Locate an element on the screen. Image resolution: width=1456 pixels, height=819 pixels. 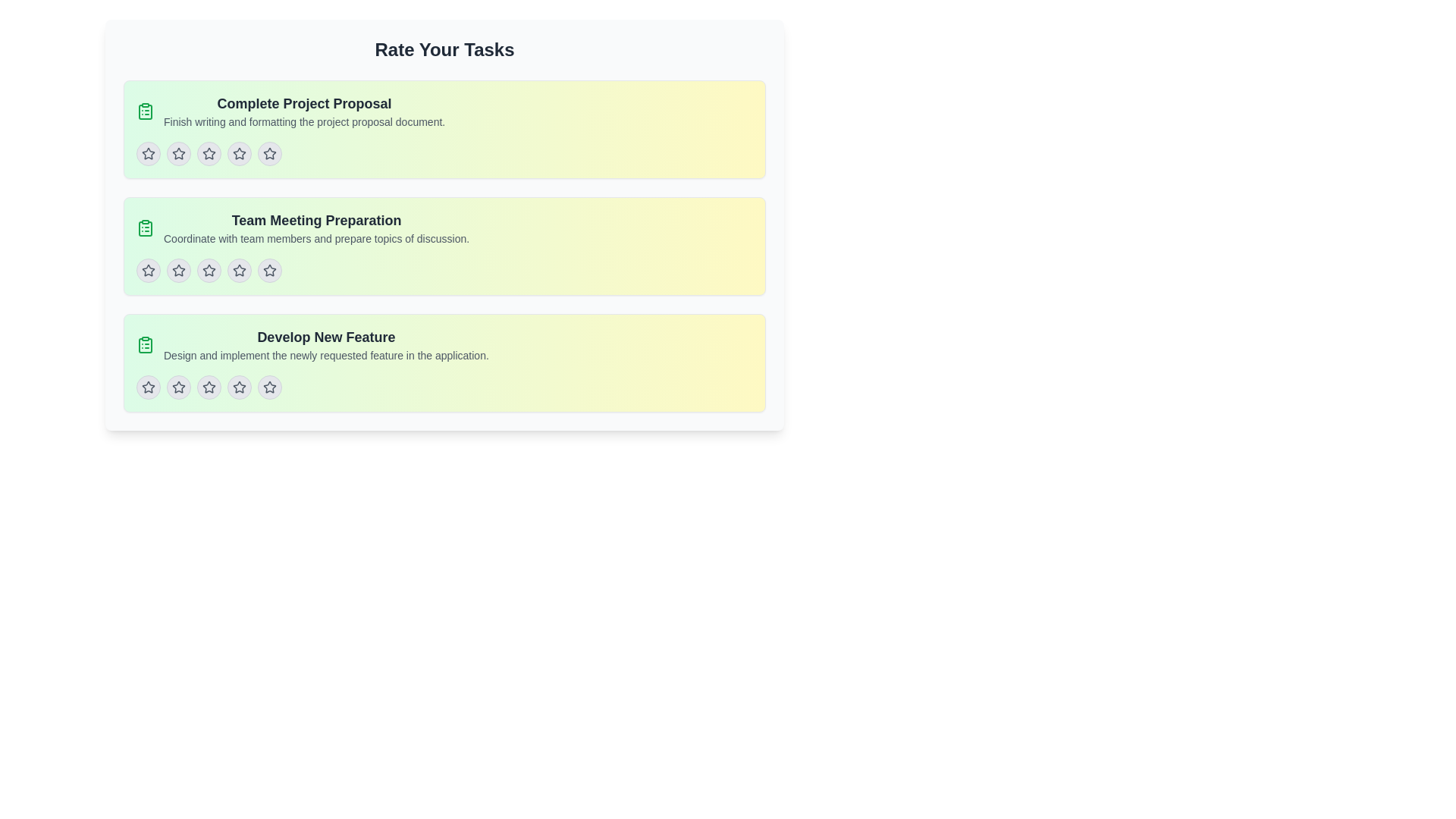
the green clipboard icon located to the left of the task description titled 'Develop New Feature' in the third task group under 'Rate Your Tasks' is located at coordinates (146, 345).